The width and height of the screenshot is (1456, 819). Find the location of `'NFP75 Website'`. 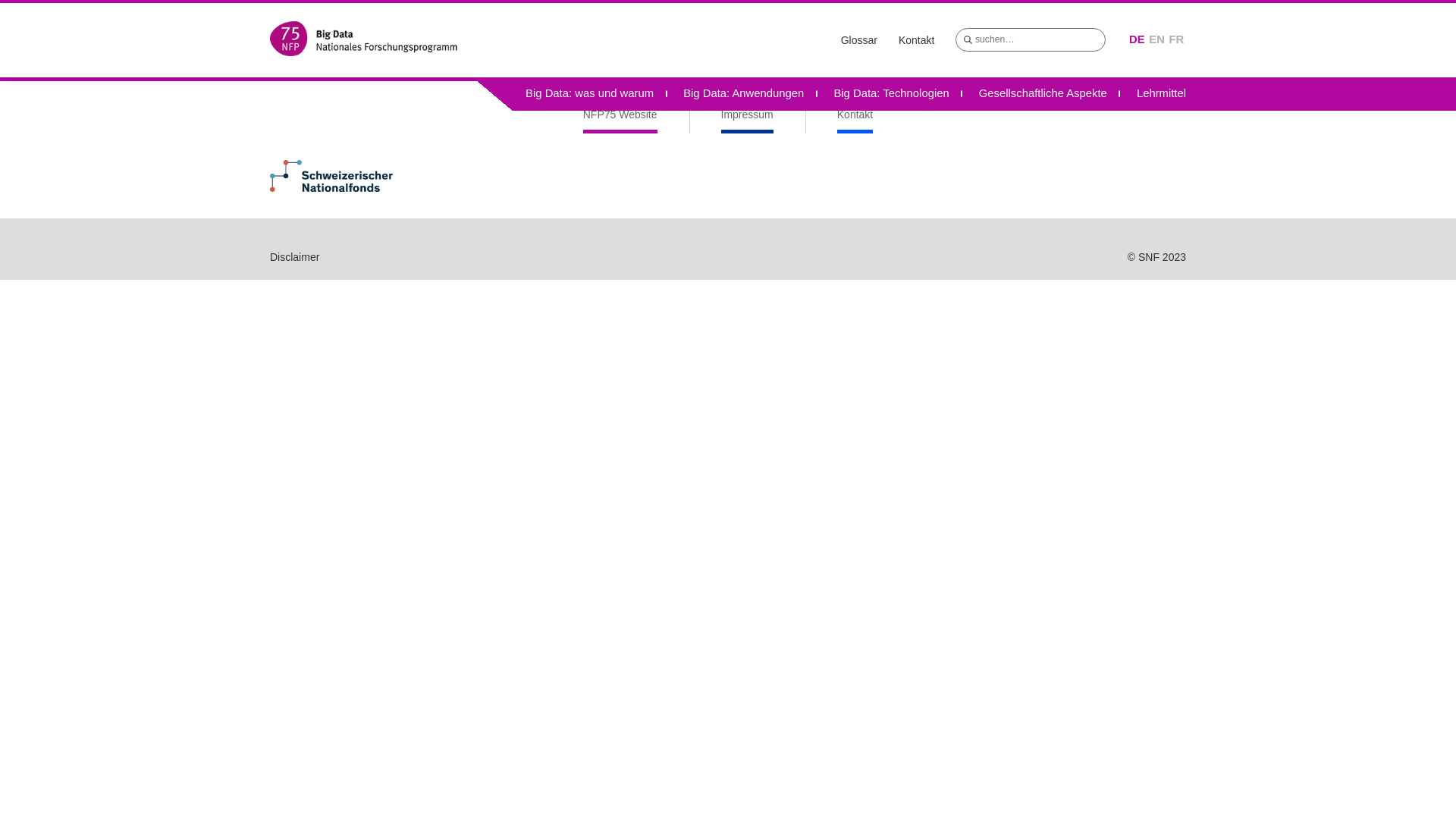

'NFP75 Website' is located at coordinates (582, 119).